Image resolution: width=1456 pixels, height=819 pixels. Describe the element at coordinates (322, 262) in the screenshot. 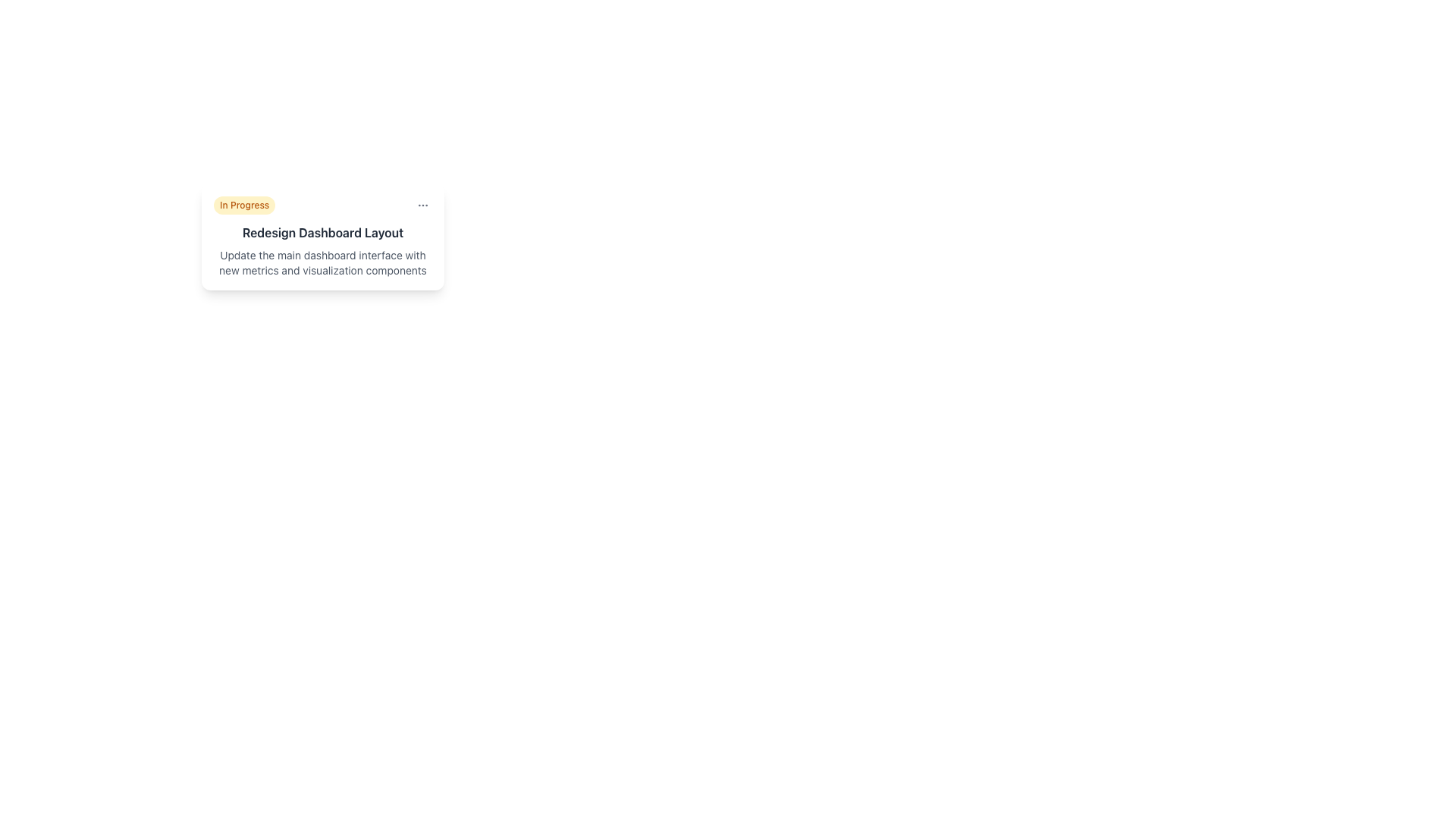

I see `the paragraph-like text element that contains 'Update the main dashboard interface with new metrics and visualization components', located below the title 'Redesign Dashboard Layout' in a white card` at that location.